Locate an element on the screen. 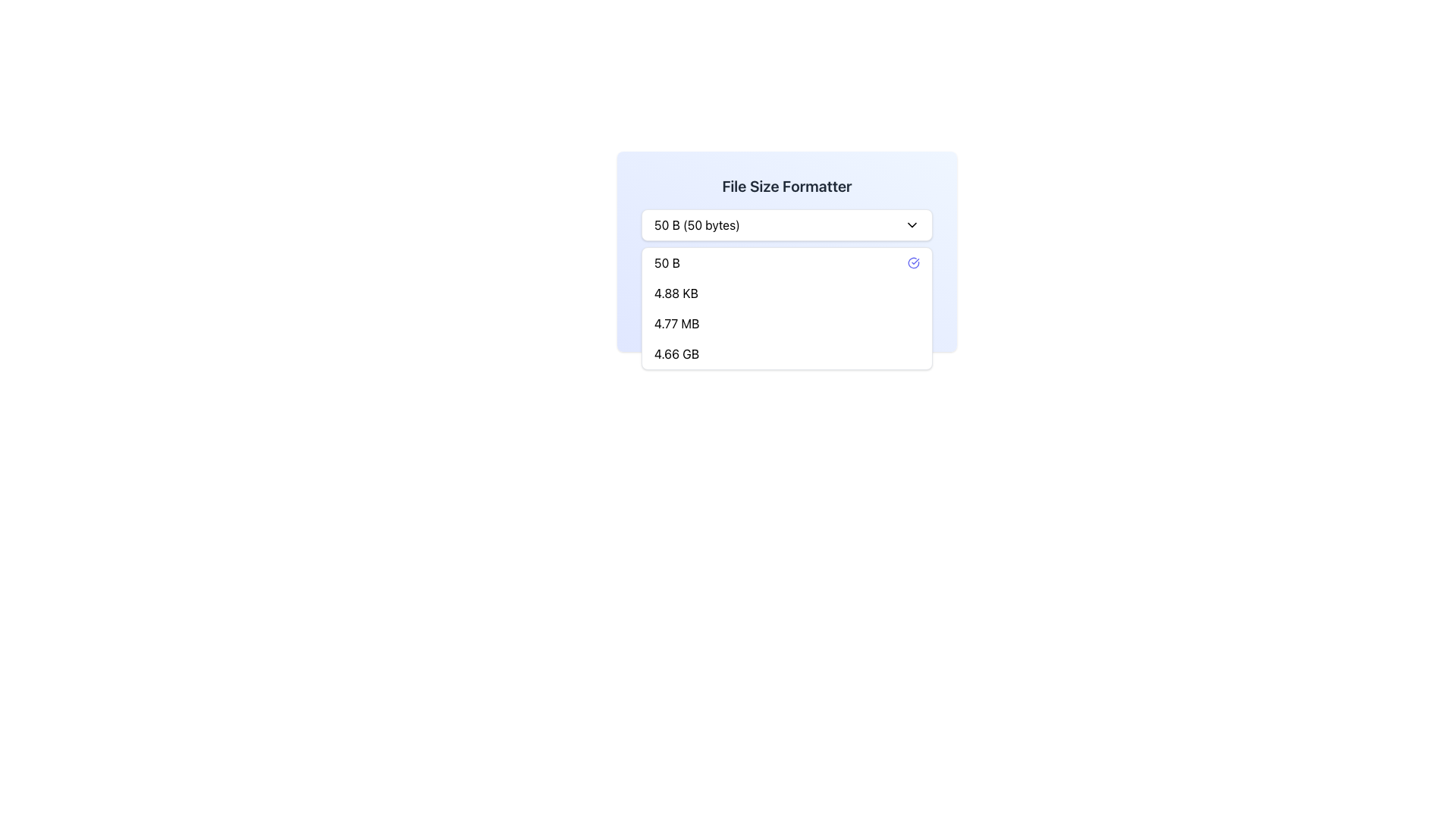 The image size is (1456, 819). the '4.77 MB' option in the dropdown menu is located at coordinates (786, 323).